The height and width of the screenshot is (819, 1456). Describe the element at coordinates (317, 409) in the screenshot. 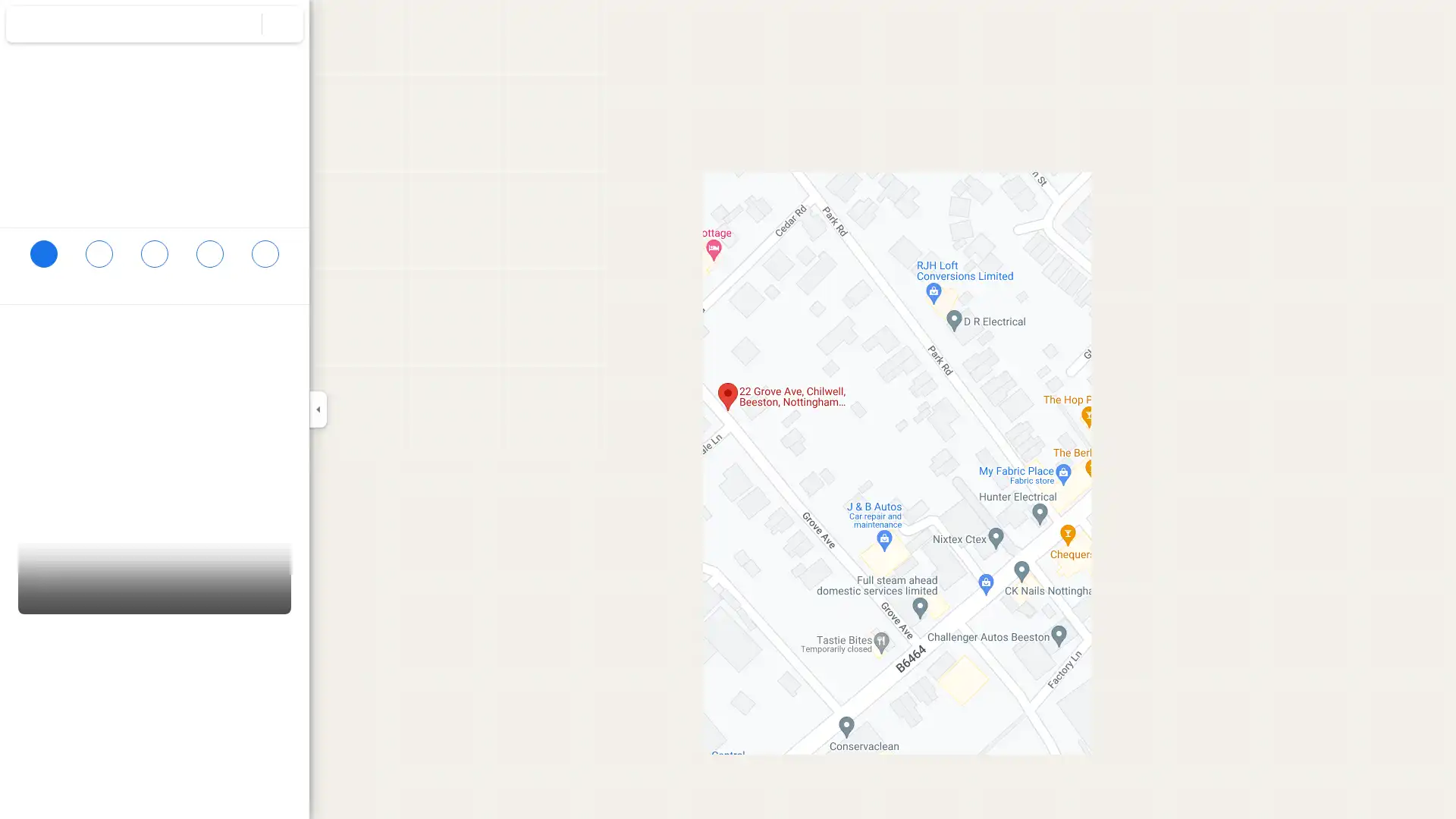

I see `Collapse side panel` at that location.